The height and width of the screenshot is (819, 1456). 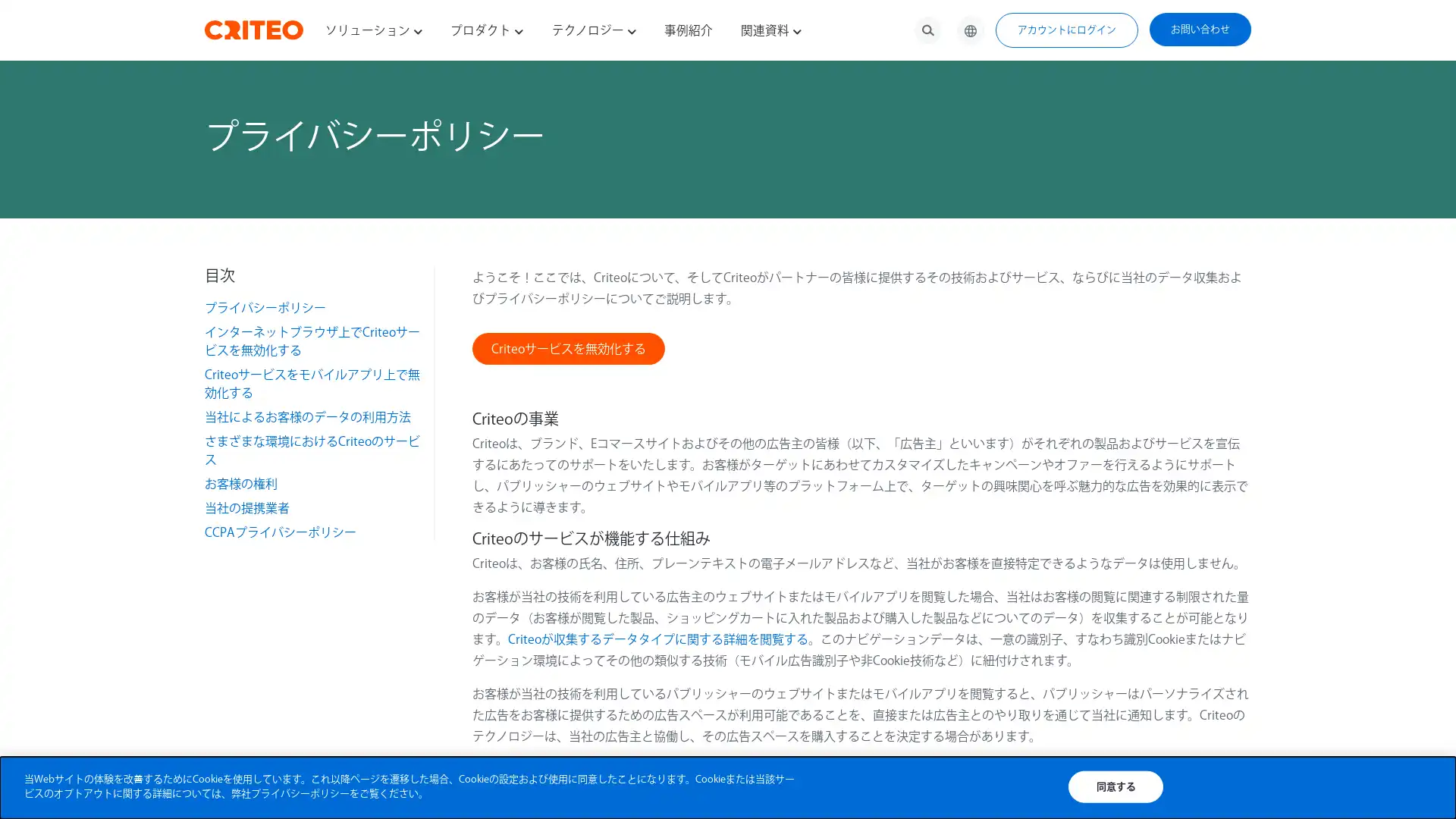 I want to click on Criteo, so click(x=566, y=348).